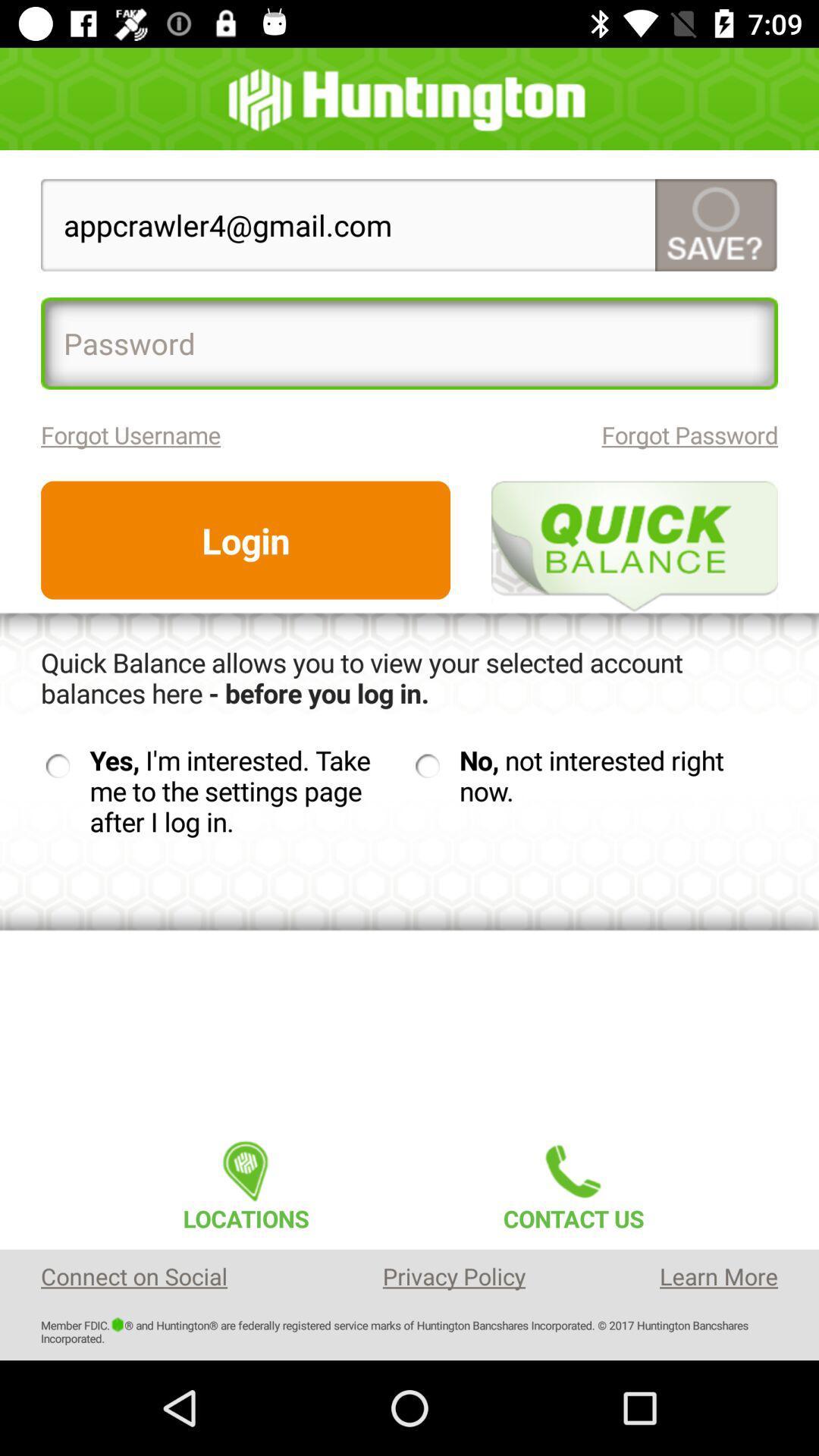  What do you see at coordinates (573, 1181) in the screenshot?
I see `item next to the locations` at bounding box center [573, 1181].